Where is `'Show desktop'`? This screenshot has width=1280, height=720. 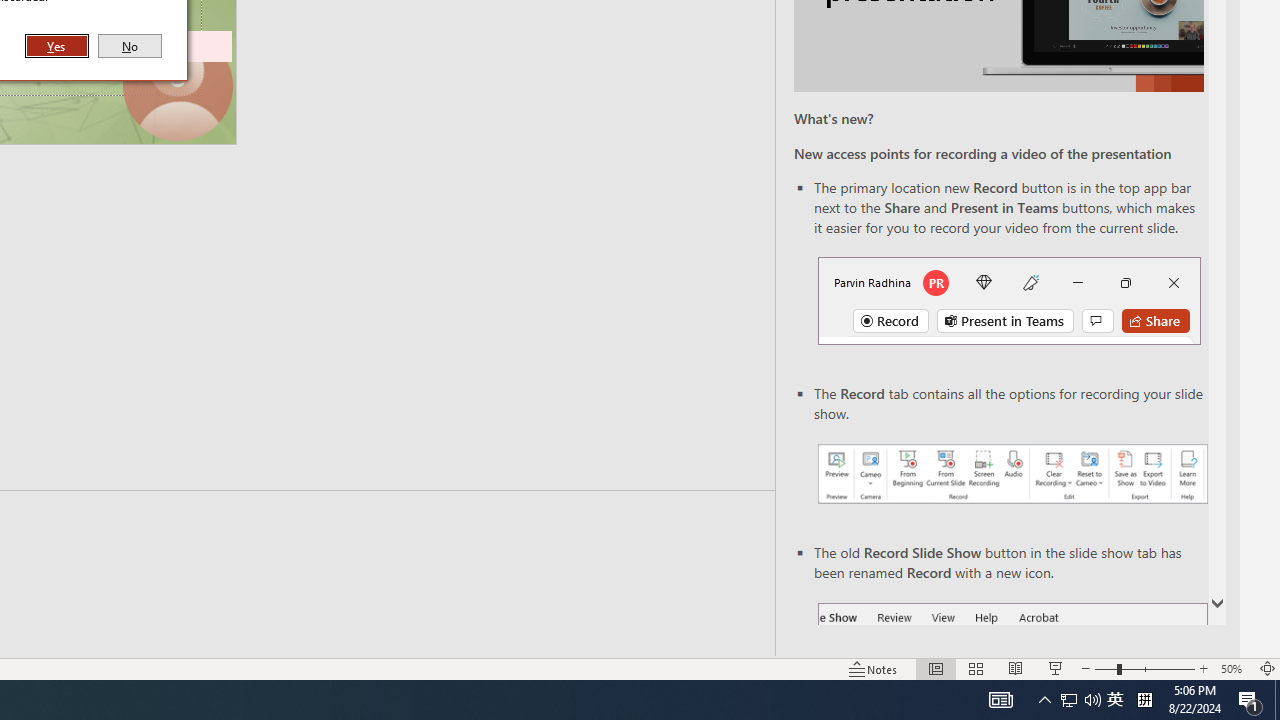 'Show desktop' is located at coordinates (1276, 698).